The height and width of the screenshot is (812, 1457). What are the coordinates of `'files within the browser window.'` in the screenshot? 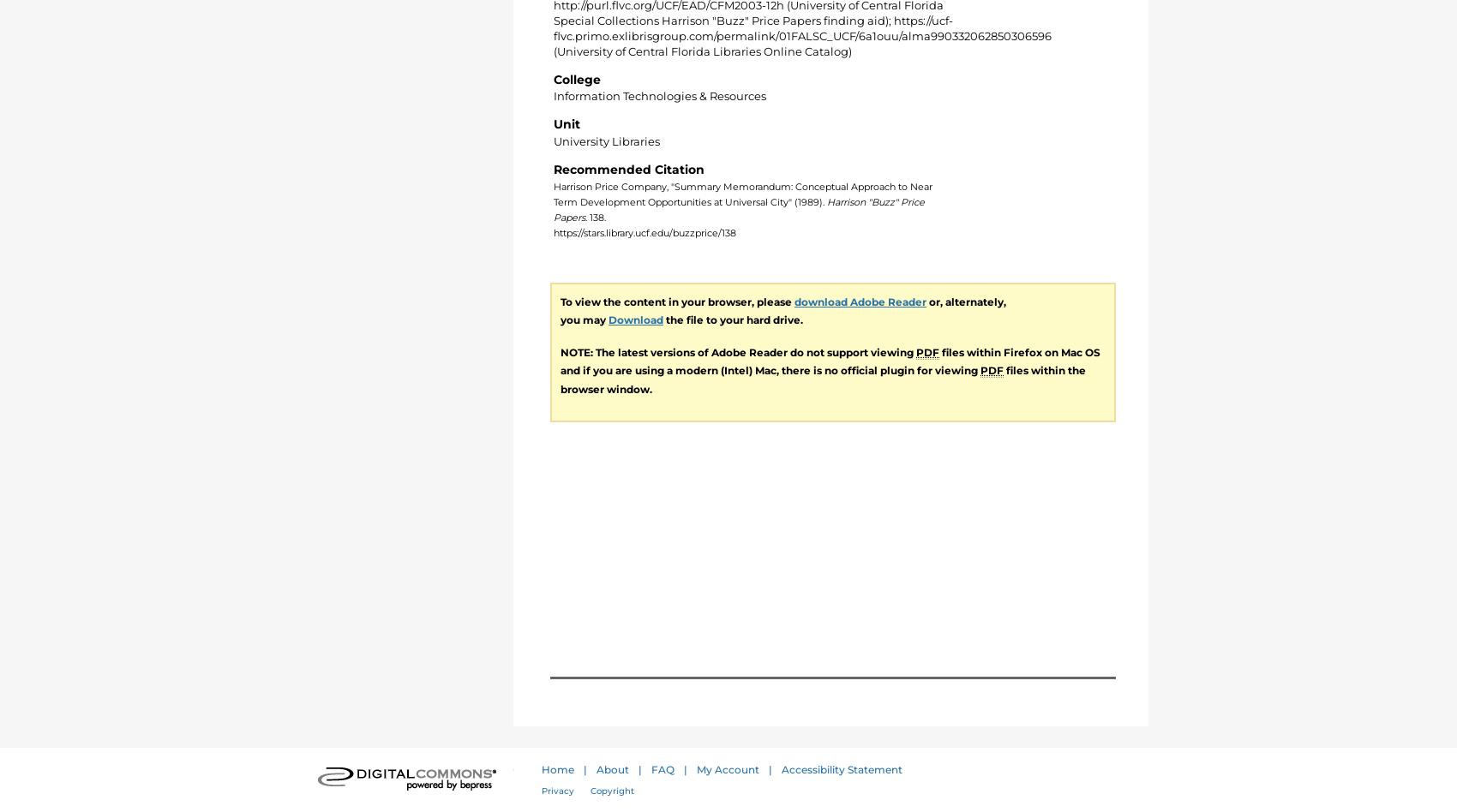 It's located at (560, 379).